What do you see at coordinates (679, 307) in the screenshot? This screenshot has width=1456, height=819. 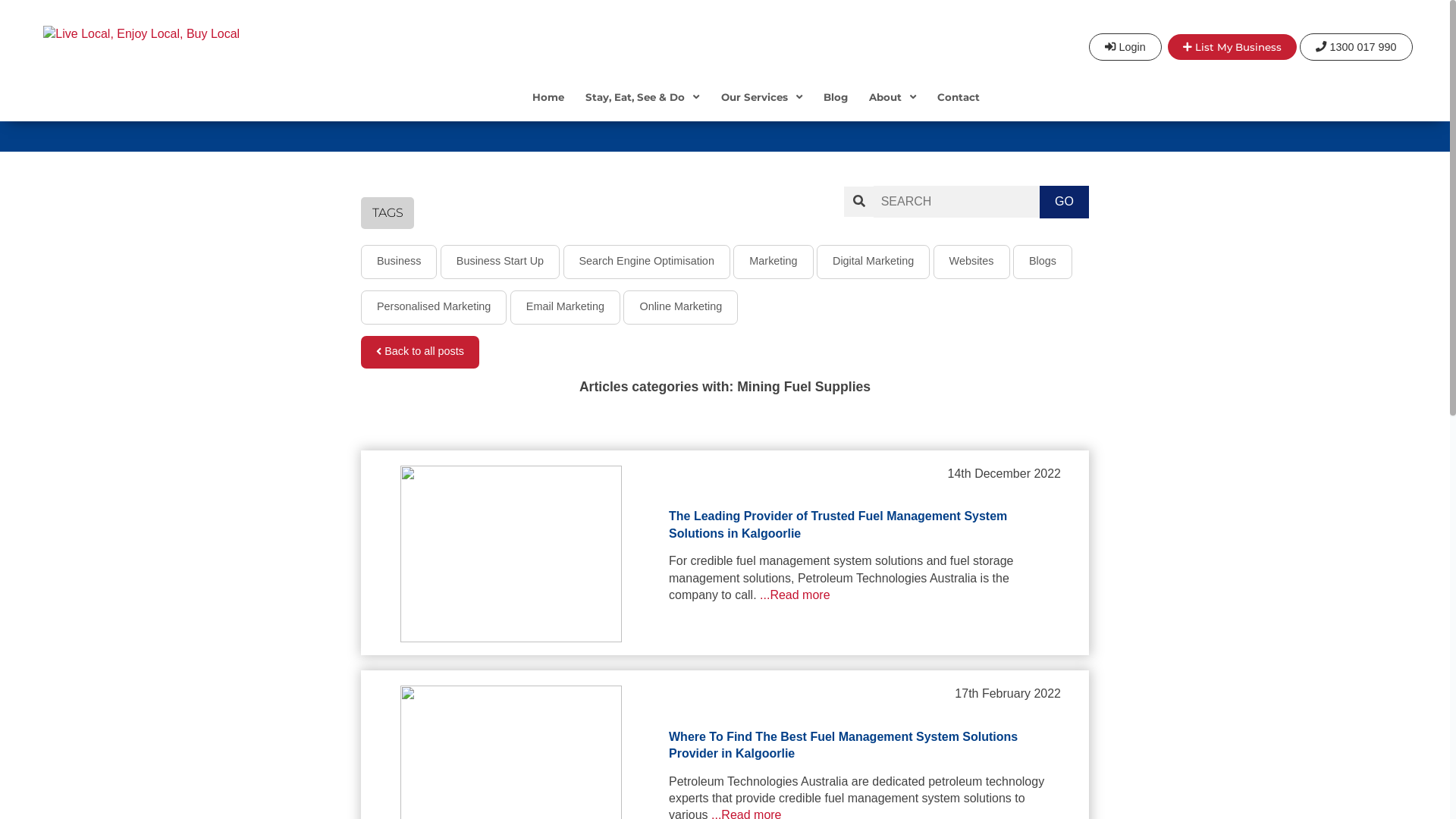 I see `'Online Marketing'` at bounding box center [679, 307].